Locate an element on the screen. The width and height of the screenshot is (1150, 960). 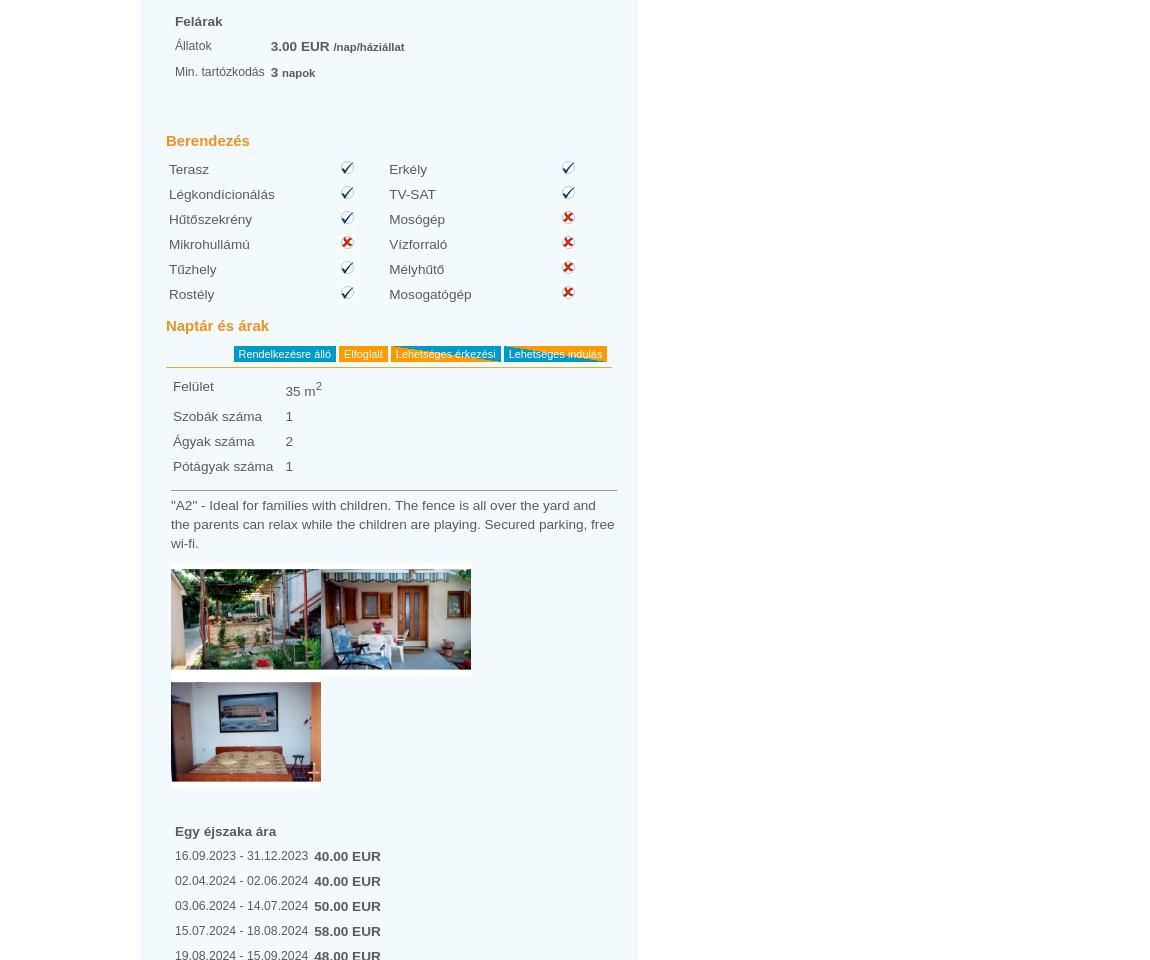
'12 / 2023' is located at coordinates (388, 717).